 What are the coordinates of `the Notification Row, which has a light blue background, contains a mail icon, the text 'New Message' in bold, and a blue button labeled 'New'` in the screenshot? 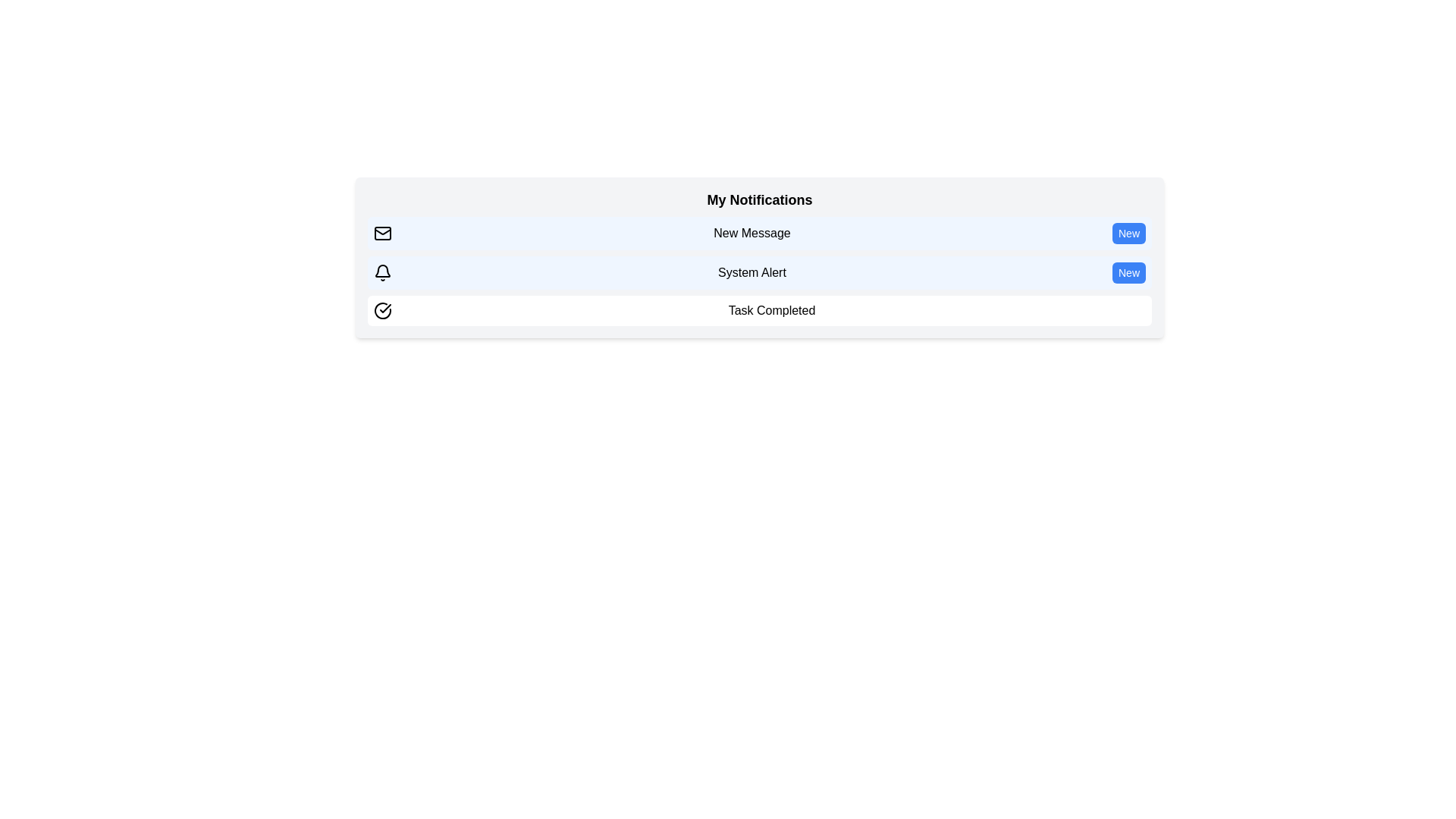 It's located at (760, 234).